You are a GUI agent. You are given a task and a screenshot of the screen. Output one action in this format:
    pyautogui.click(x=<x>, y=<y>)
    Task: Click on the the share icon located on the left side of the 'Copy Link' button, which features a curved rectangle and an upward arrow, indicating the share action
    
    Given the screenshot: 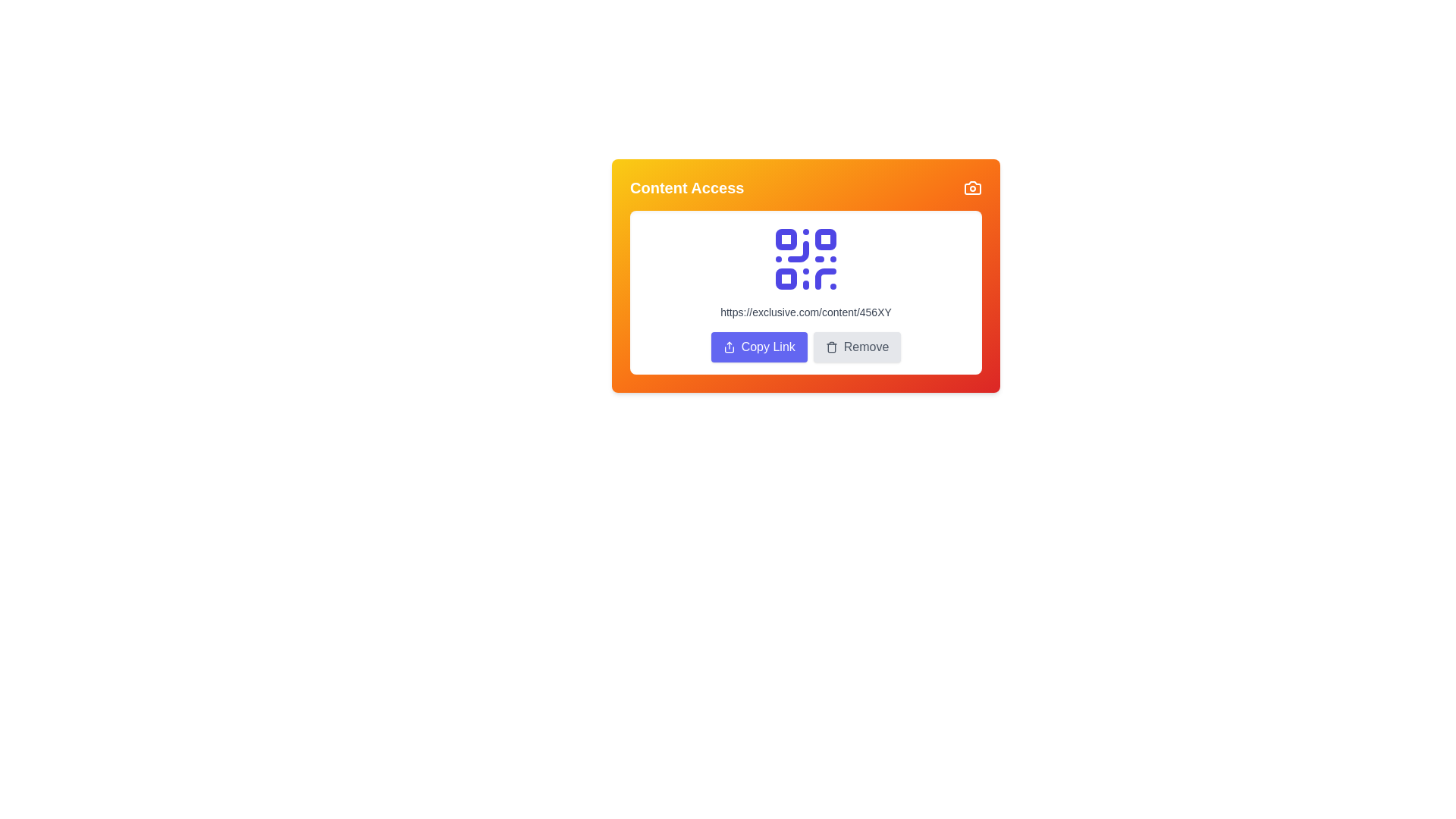 What is the action you would take?
    pyautogui.click(x=729, y=347)
    